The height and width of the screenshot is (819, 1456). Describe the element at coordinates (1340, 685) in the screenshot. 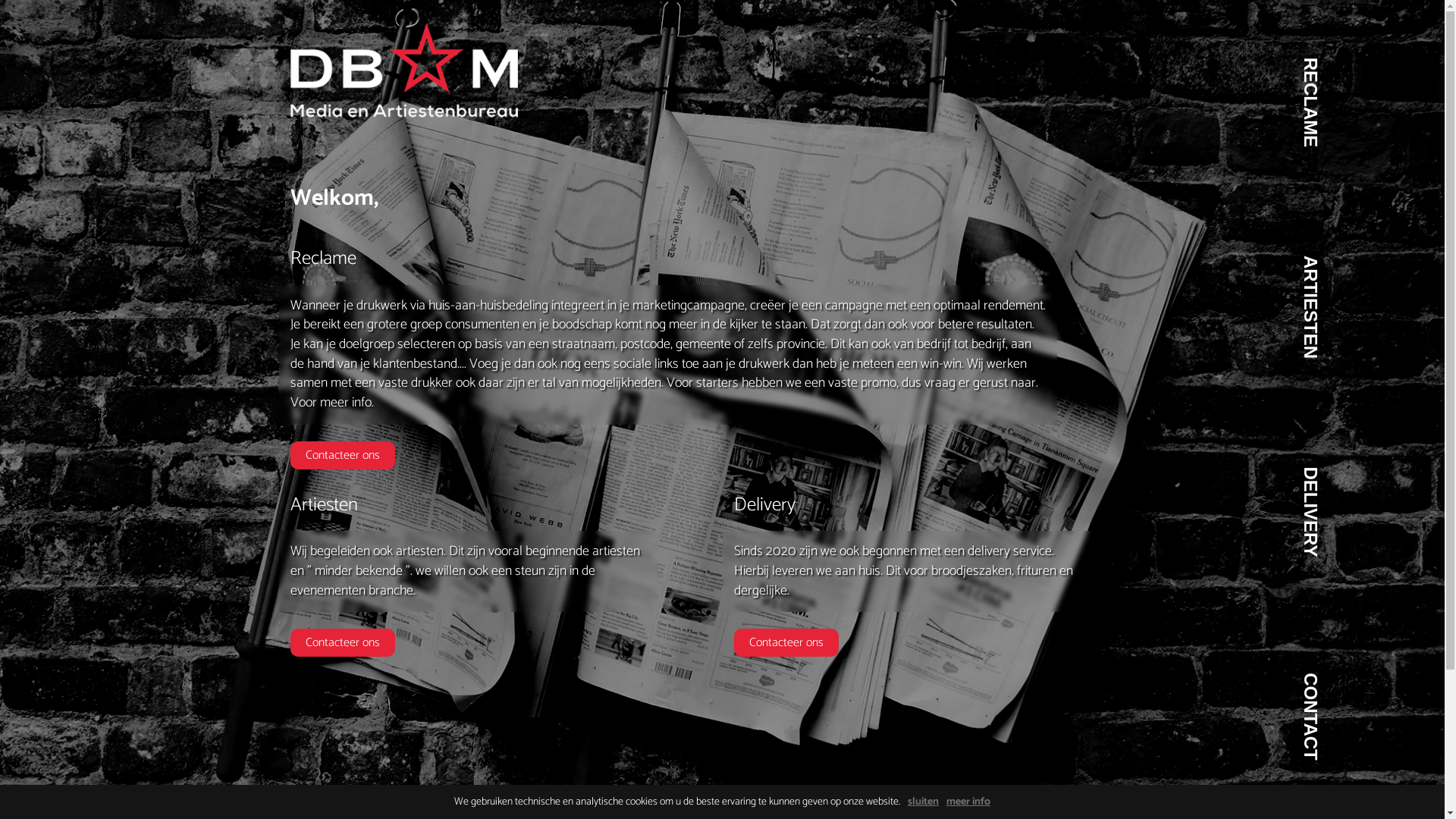

I see `'CONTACT'` at that location.